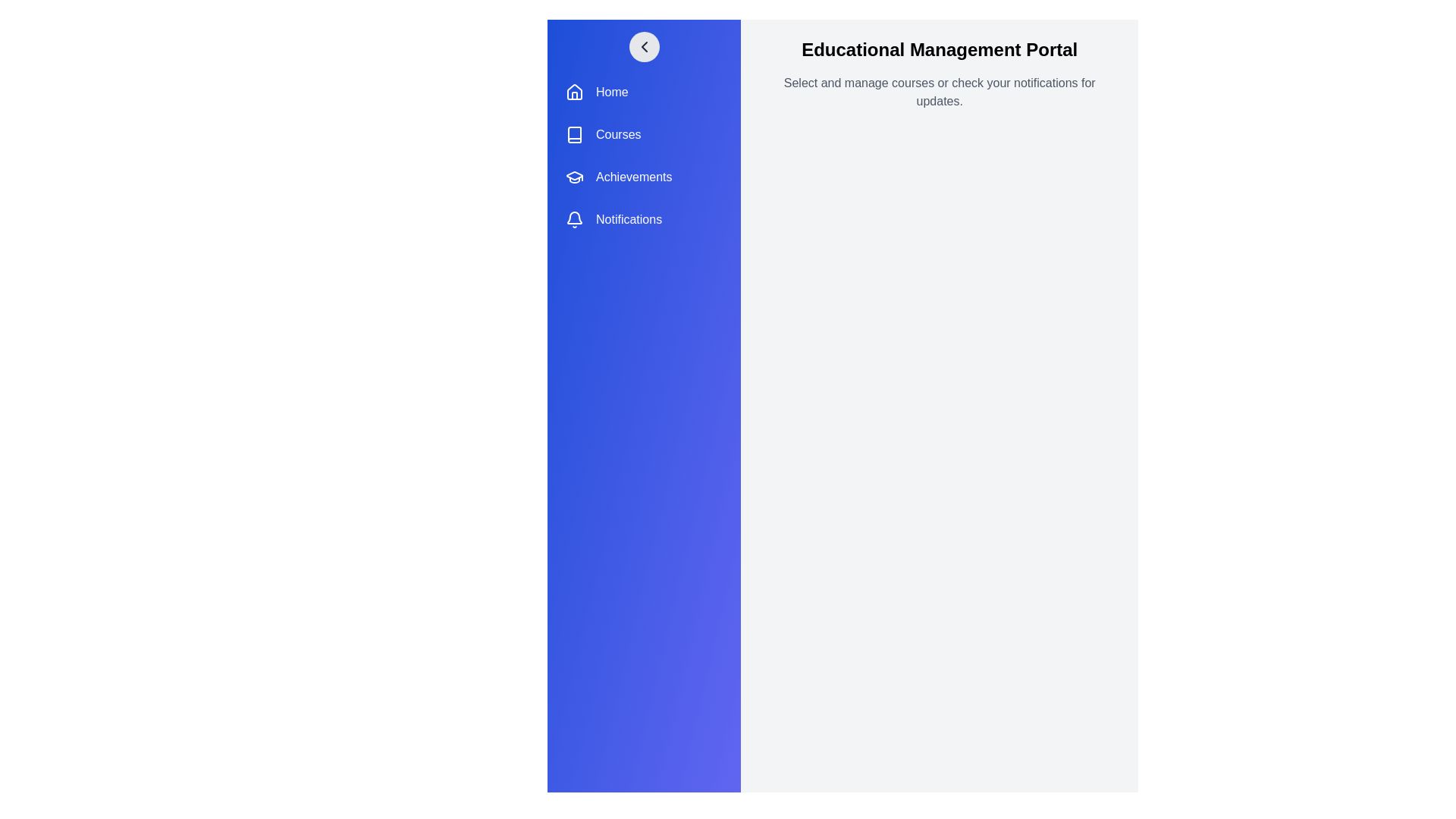  Describe the element at coordinates (644, 133) in the screenshot. I see `the menu item labeled Courses` at that location.